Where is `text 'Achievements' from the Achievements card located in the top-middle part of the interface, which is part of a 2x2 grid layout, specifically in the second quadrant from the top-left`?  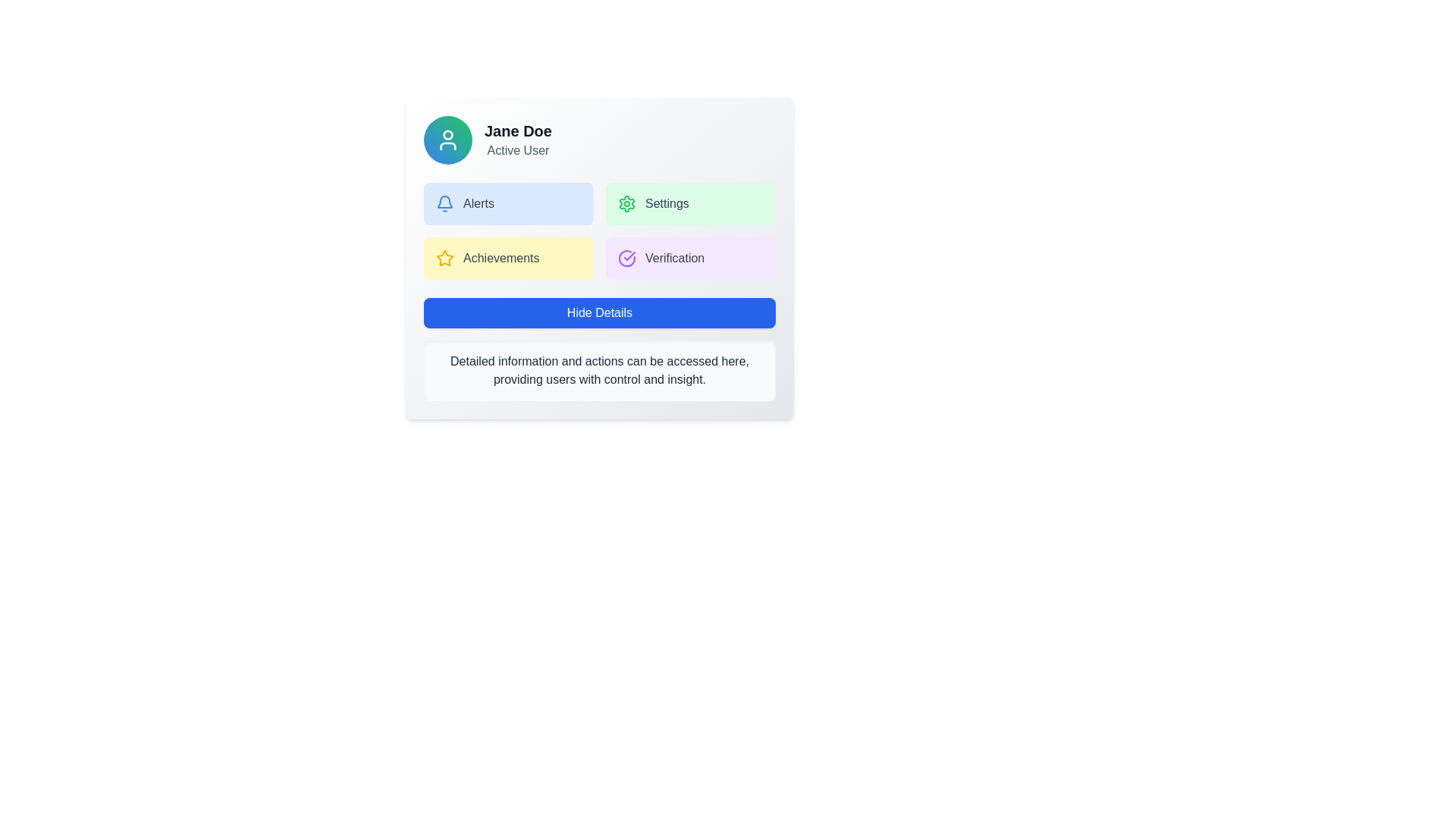 text 'Achievements' from the Achievements card located in the top-middle part of the interface, which is part of a 2x2 grid layout, specifically in the second quadrant from the top-left is located at coordinates (509, 257).